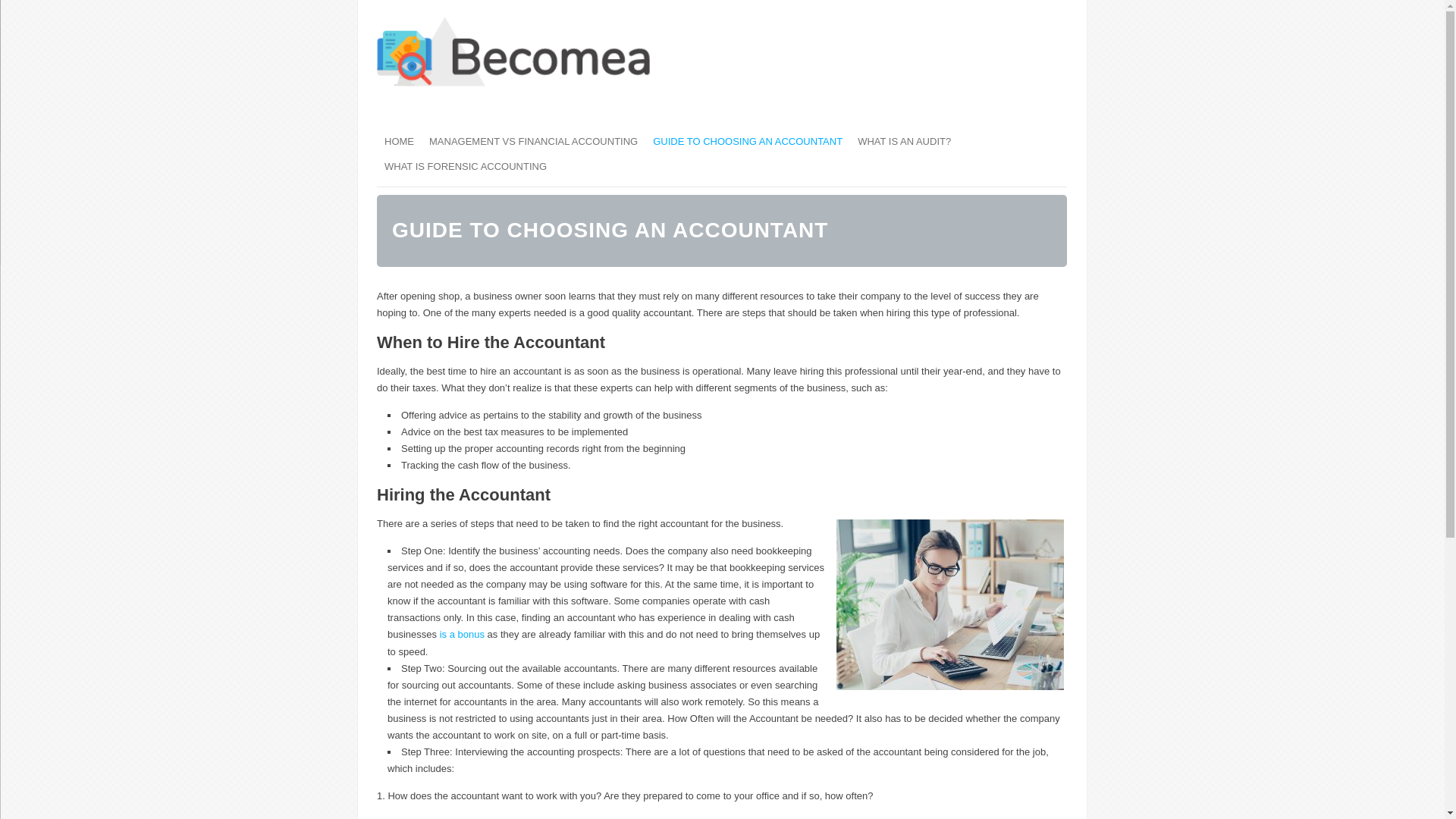  I want to click on 'WHAT IS FORENSIC ACCOUNTING', so click(377, 166).